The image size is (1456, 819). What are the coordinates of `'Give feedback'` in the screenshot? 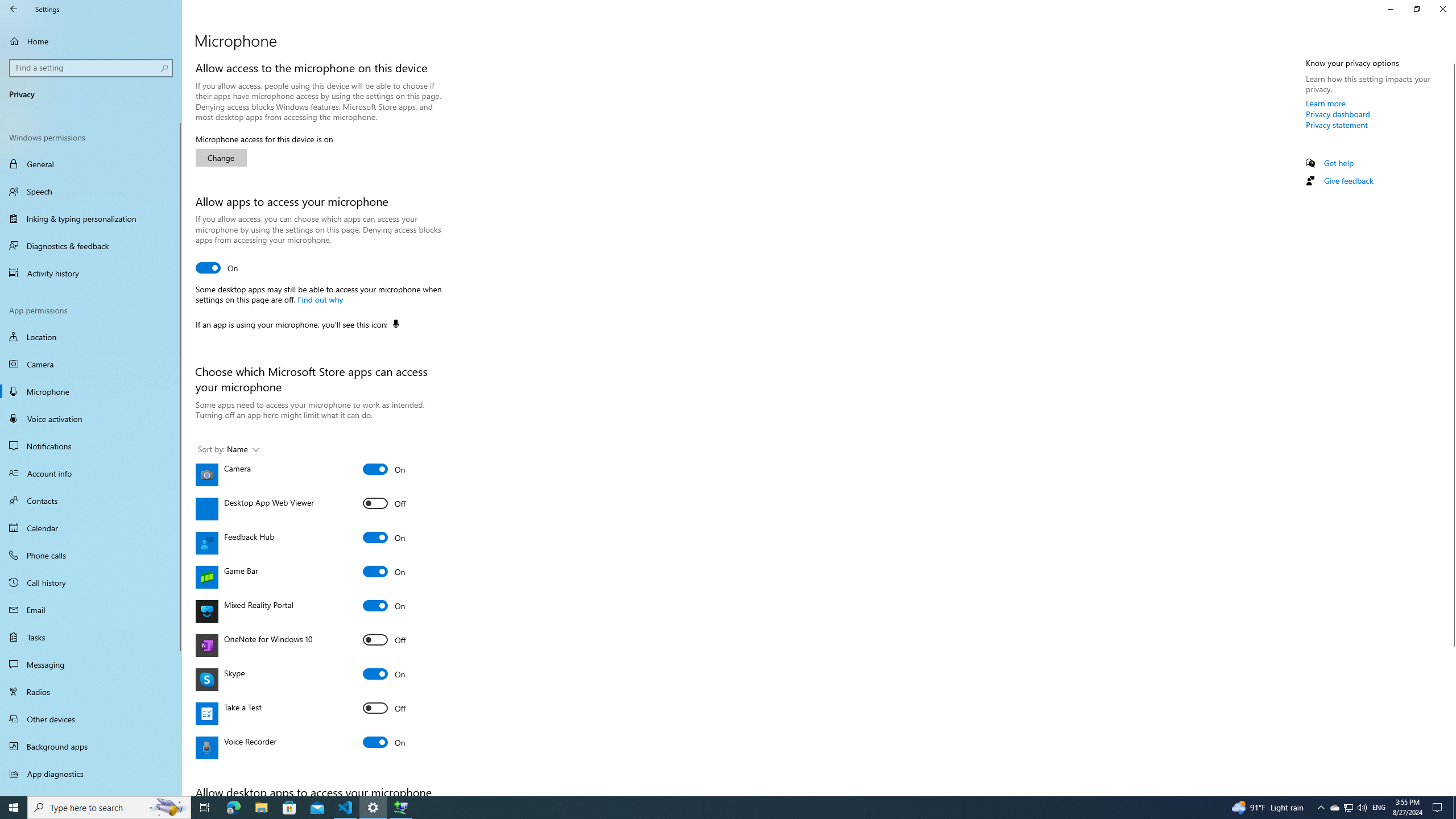 It's located at (1347, 180).